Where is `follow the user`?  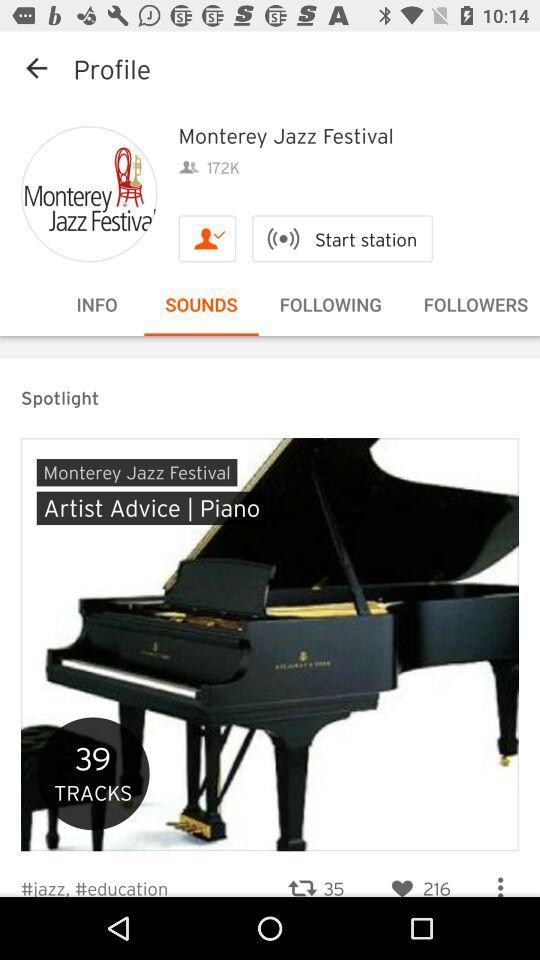 follow the user is located at coordinates (206, 238).